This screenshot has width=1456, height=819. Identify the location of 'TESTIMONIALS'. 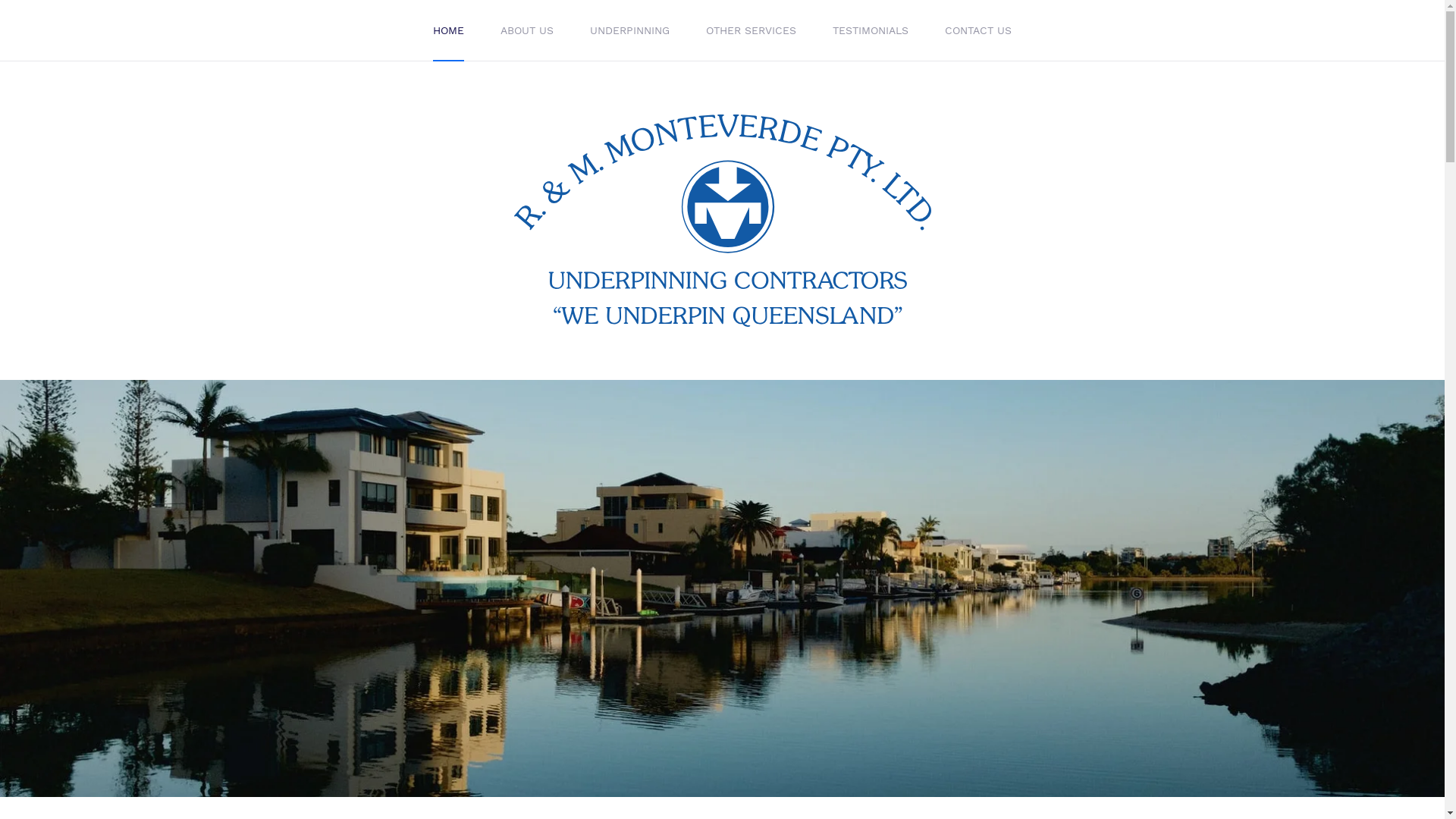
(870, 30).